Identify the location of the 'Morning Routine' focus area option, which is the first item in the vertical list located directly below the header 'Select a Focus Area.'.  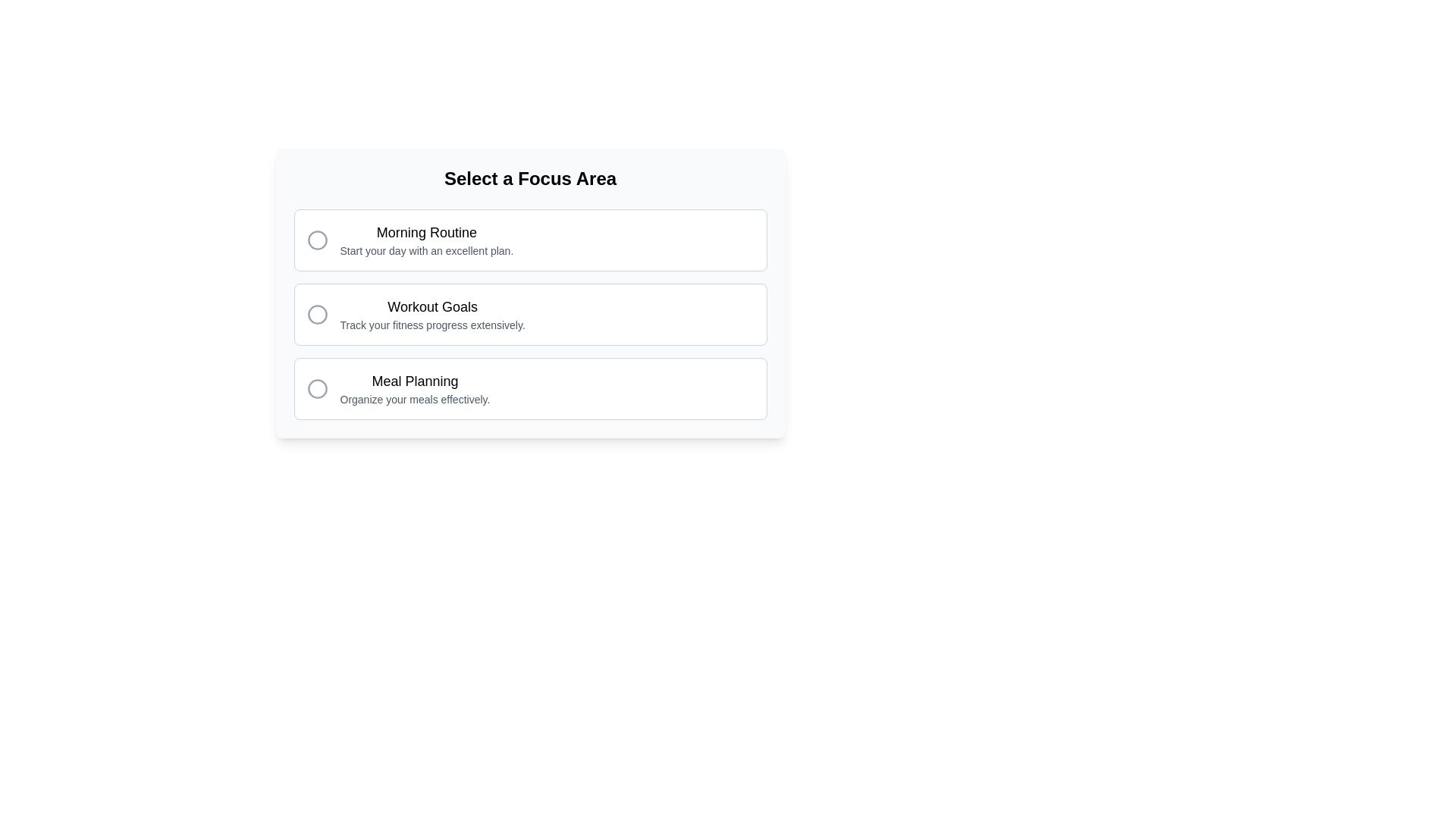
(425, 239).